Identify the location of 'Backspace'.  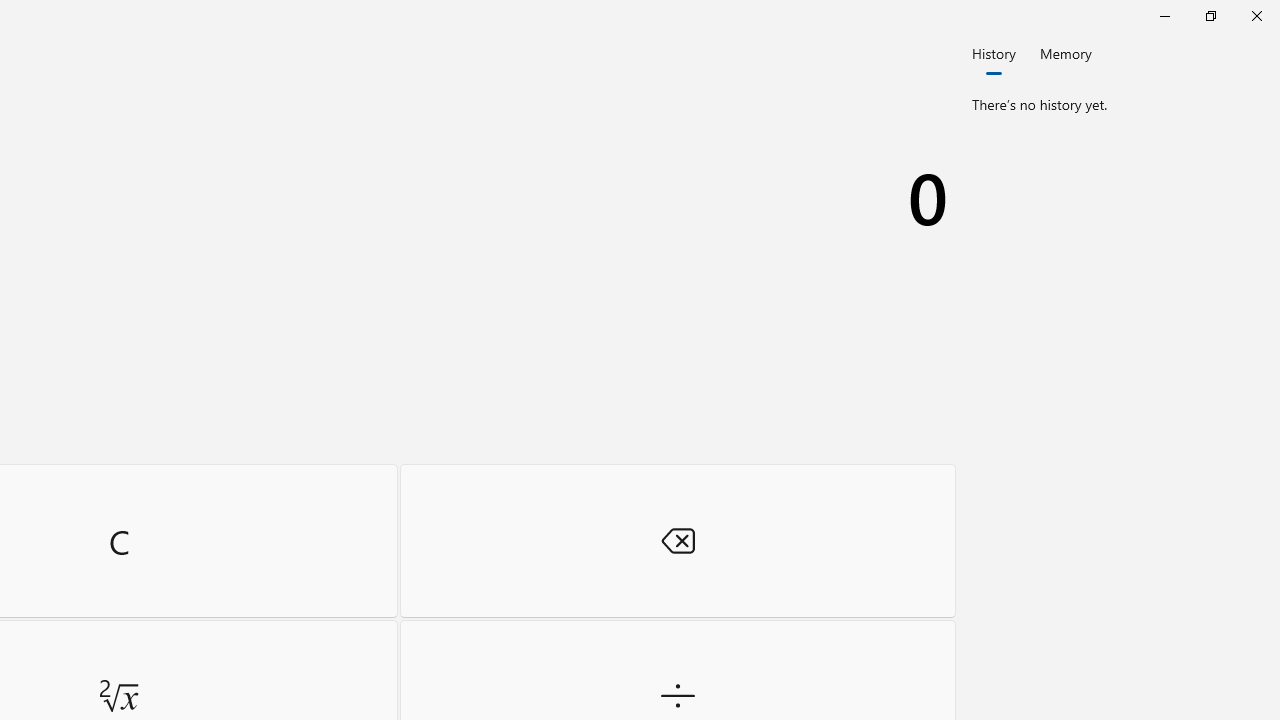
(677, 540).